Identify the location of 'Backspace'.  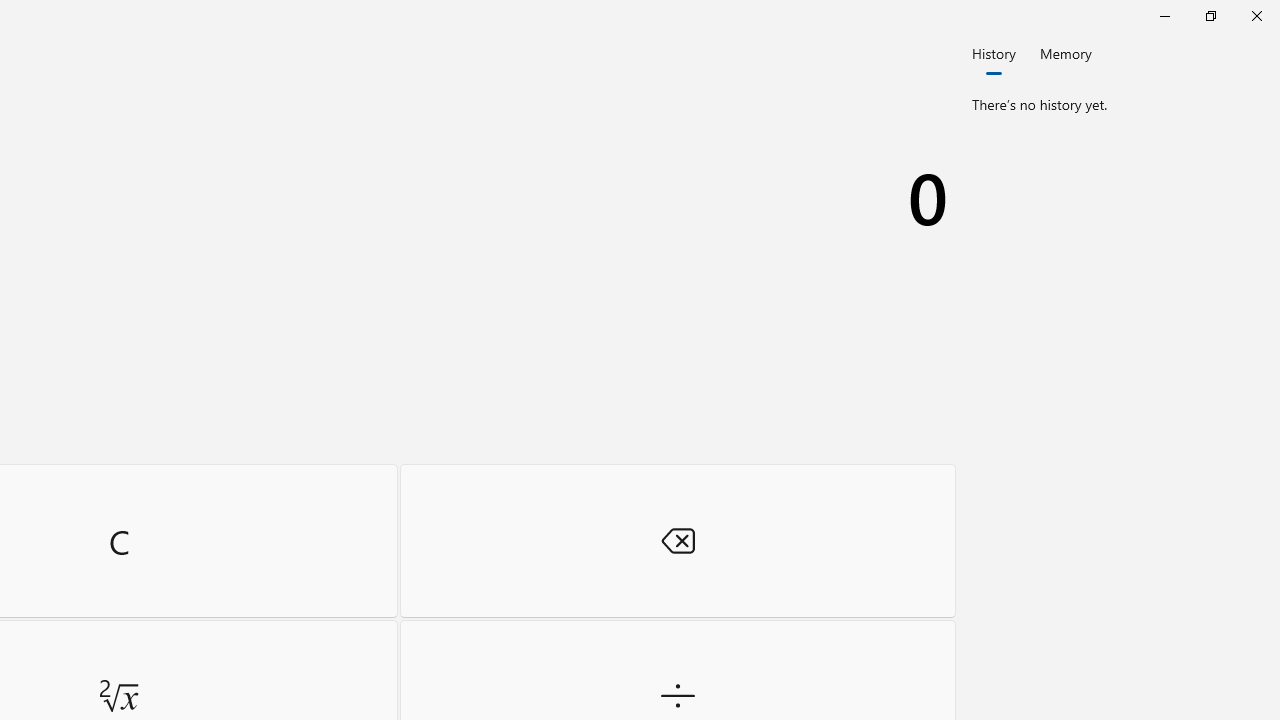
(677, 540).